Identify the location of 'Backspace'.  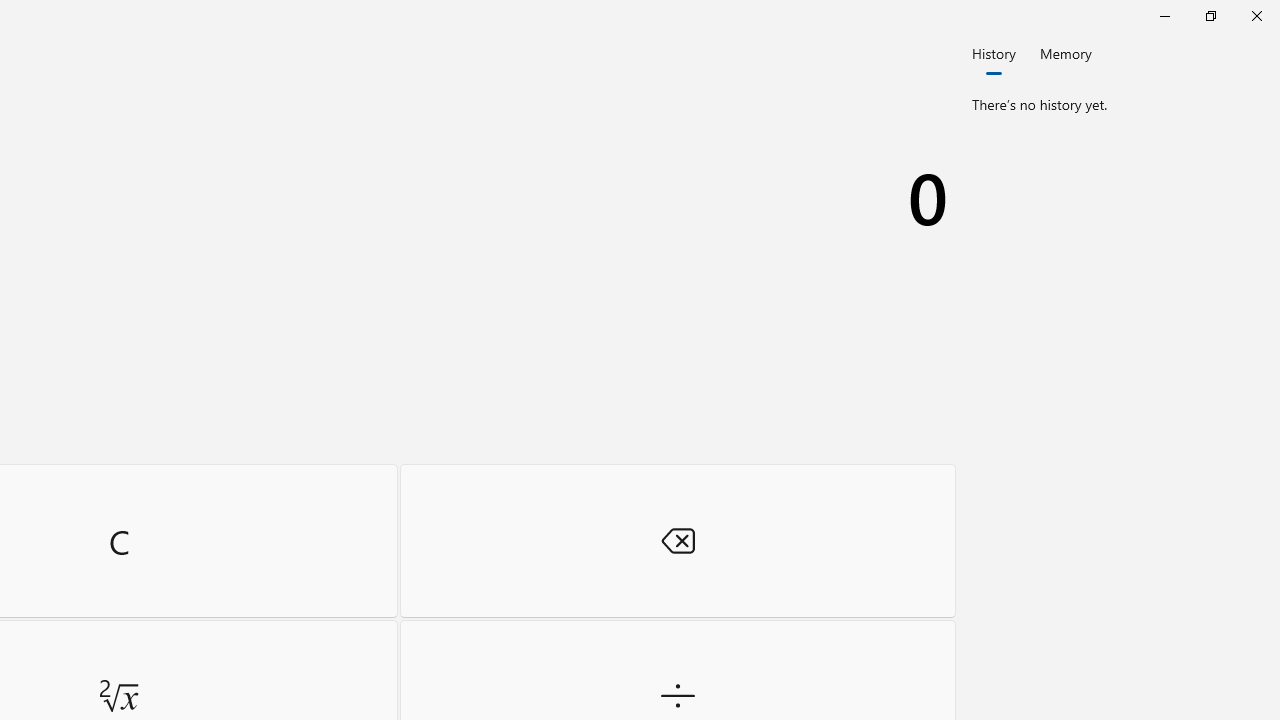
(677, 540).